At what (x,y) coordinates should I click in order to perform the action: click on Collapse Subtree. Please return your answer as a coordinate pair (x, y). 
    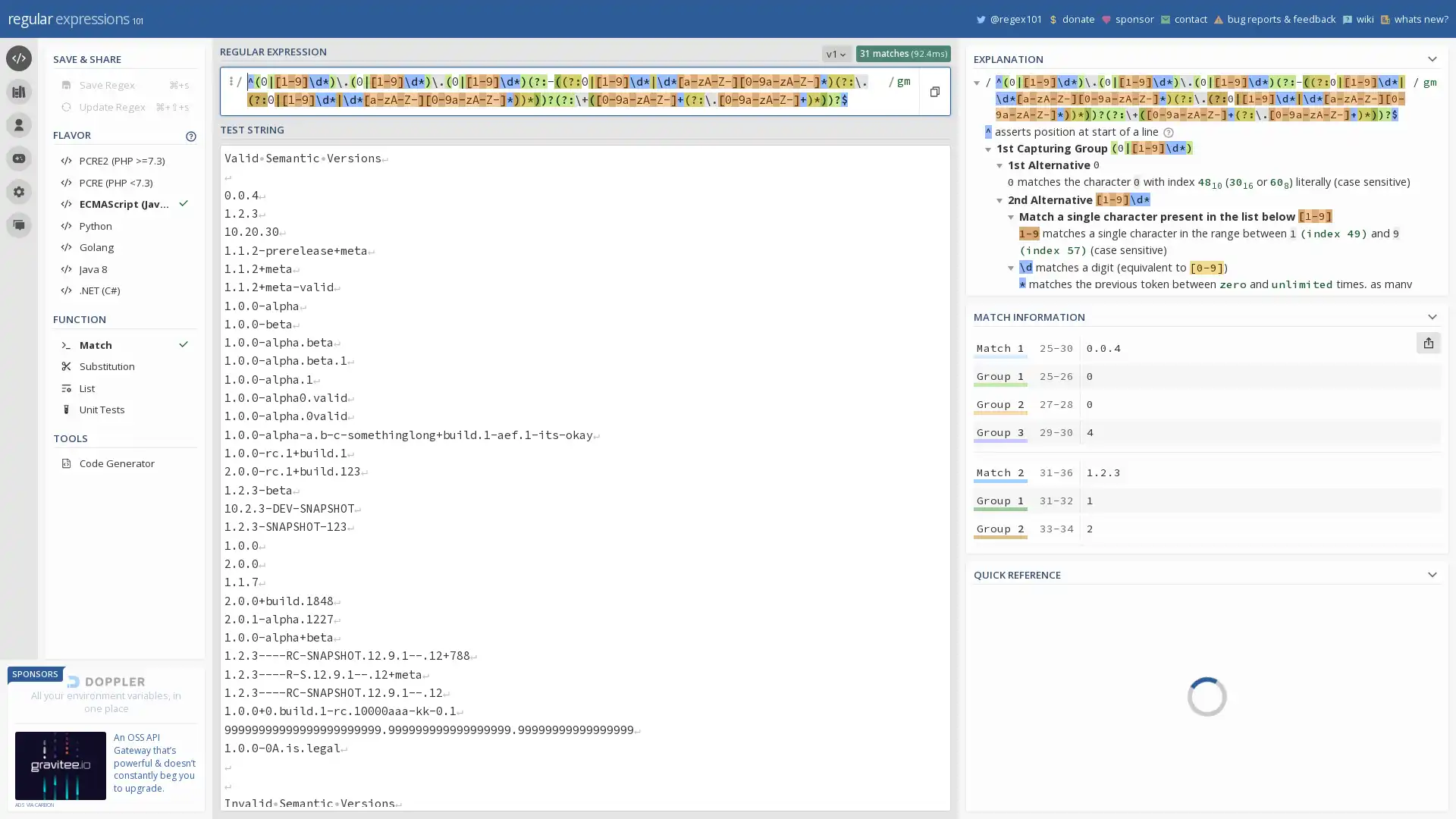
    Looking at the image, I should click on (990, 149).